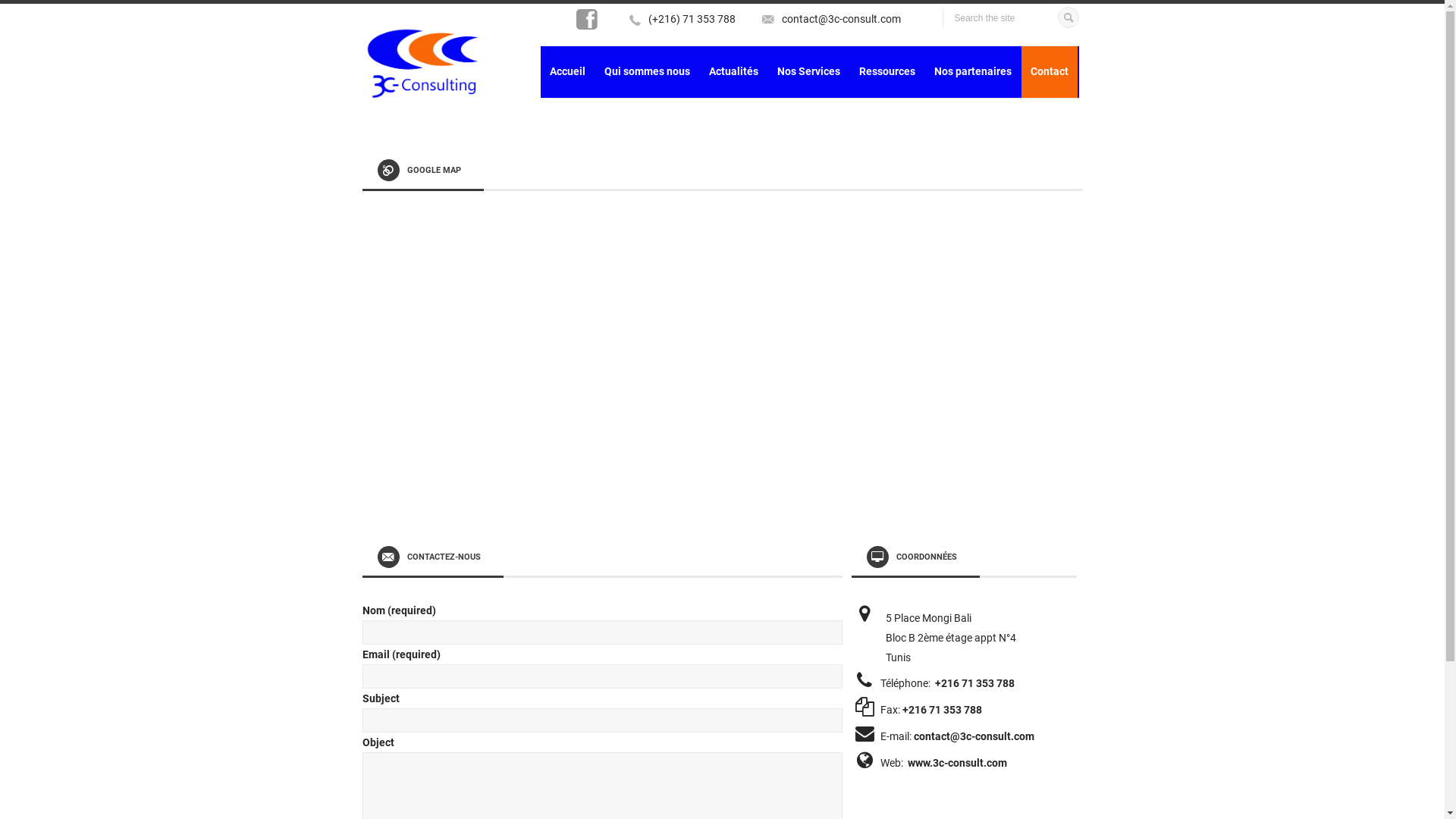 Image resolution: width=1456 pixels, height=819 pixels. What do you see at coordinates (886, 72) in the screenshot?
I see `'Ressources'` at bounding box center [886, 72].